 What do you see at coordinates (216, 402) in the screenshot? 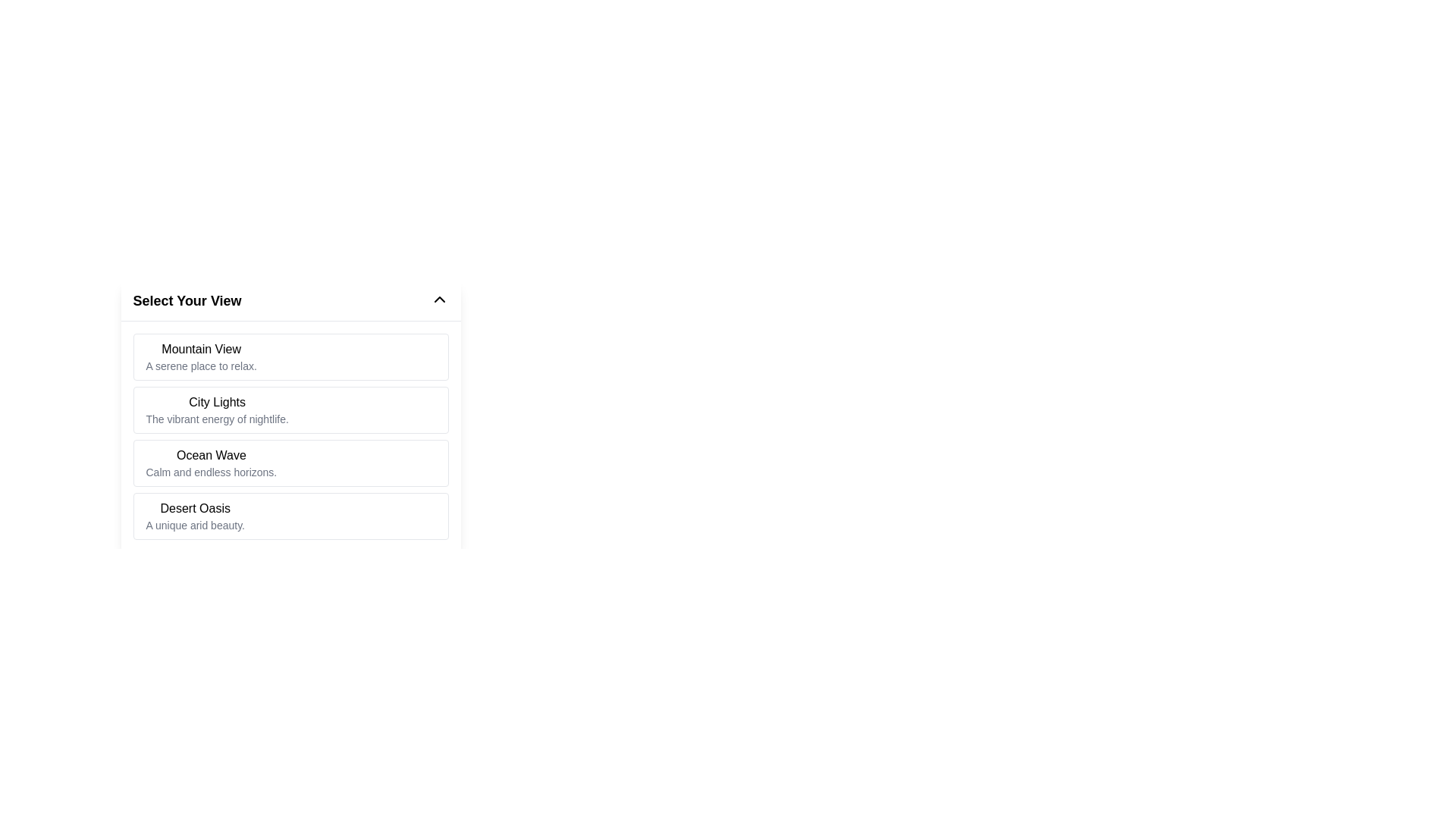
I see `the 'City Lights' text label, which is the second main text entry in the list, visually emphasized and bold, positioned between 'Select Your View' and 'The vibrant energy of nightlife'` at bounding box center [216, 402].